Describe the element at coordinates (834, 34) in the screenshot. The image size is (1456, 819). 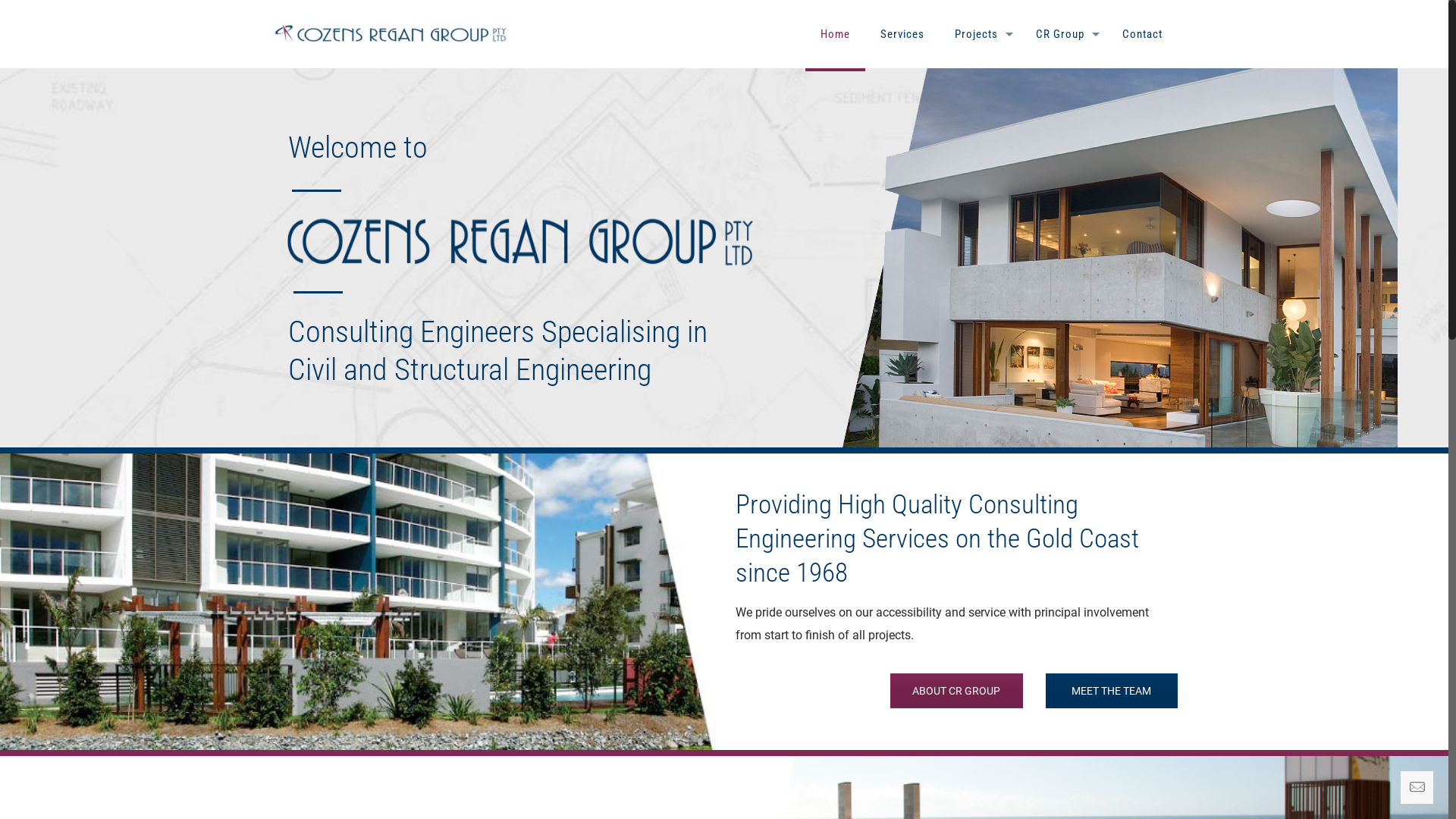
I see `'Home'` at that location.